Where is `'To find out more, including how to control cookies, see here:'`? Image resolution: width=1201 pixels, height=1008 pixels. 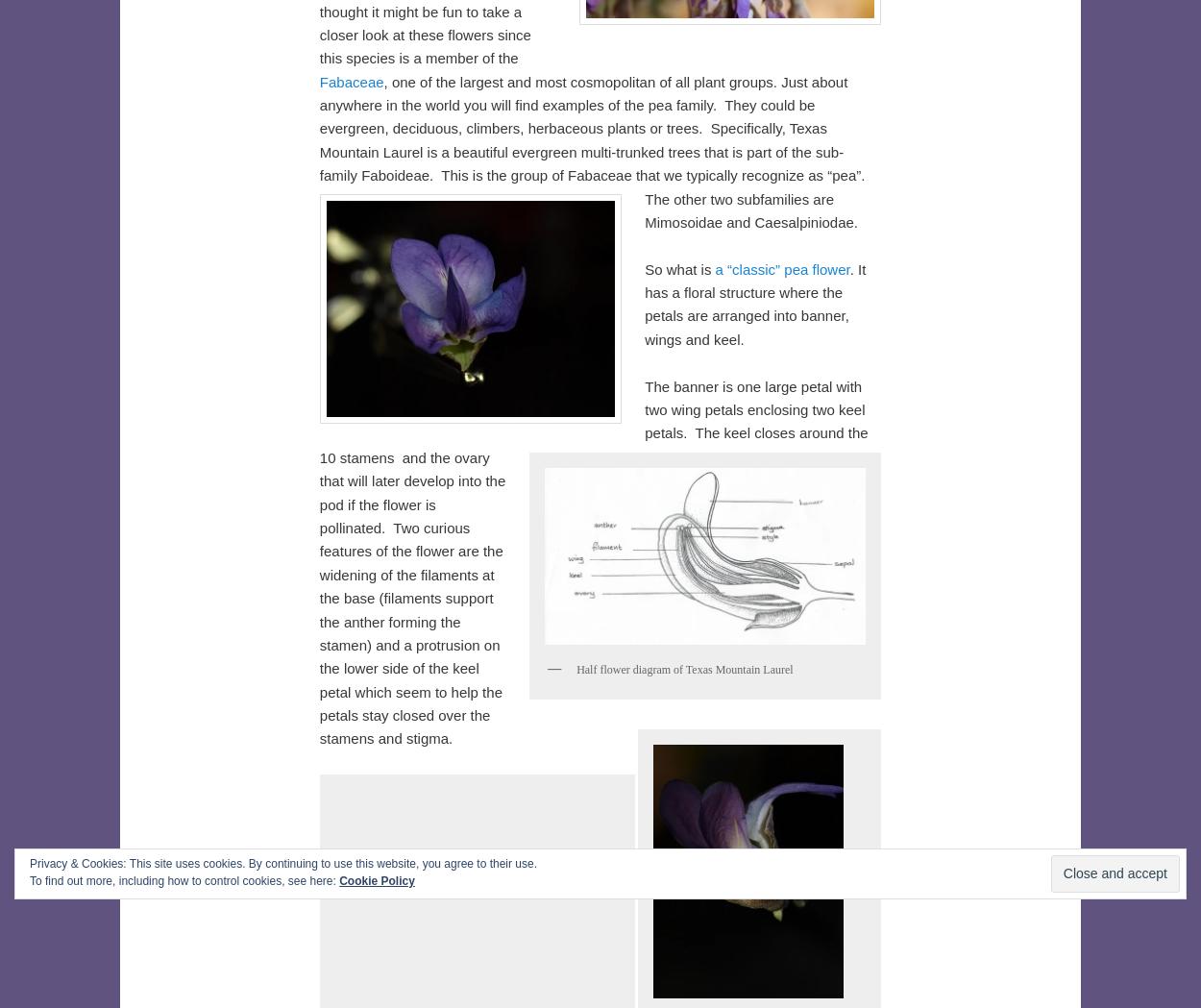
'To find out more, including how to control cookies, see here:' is located at coordinates (183, 880).